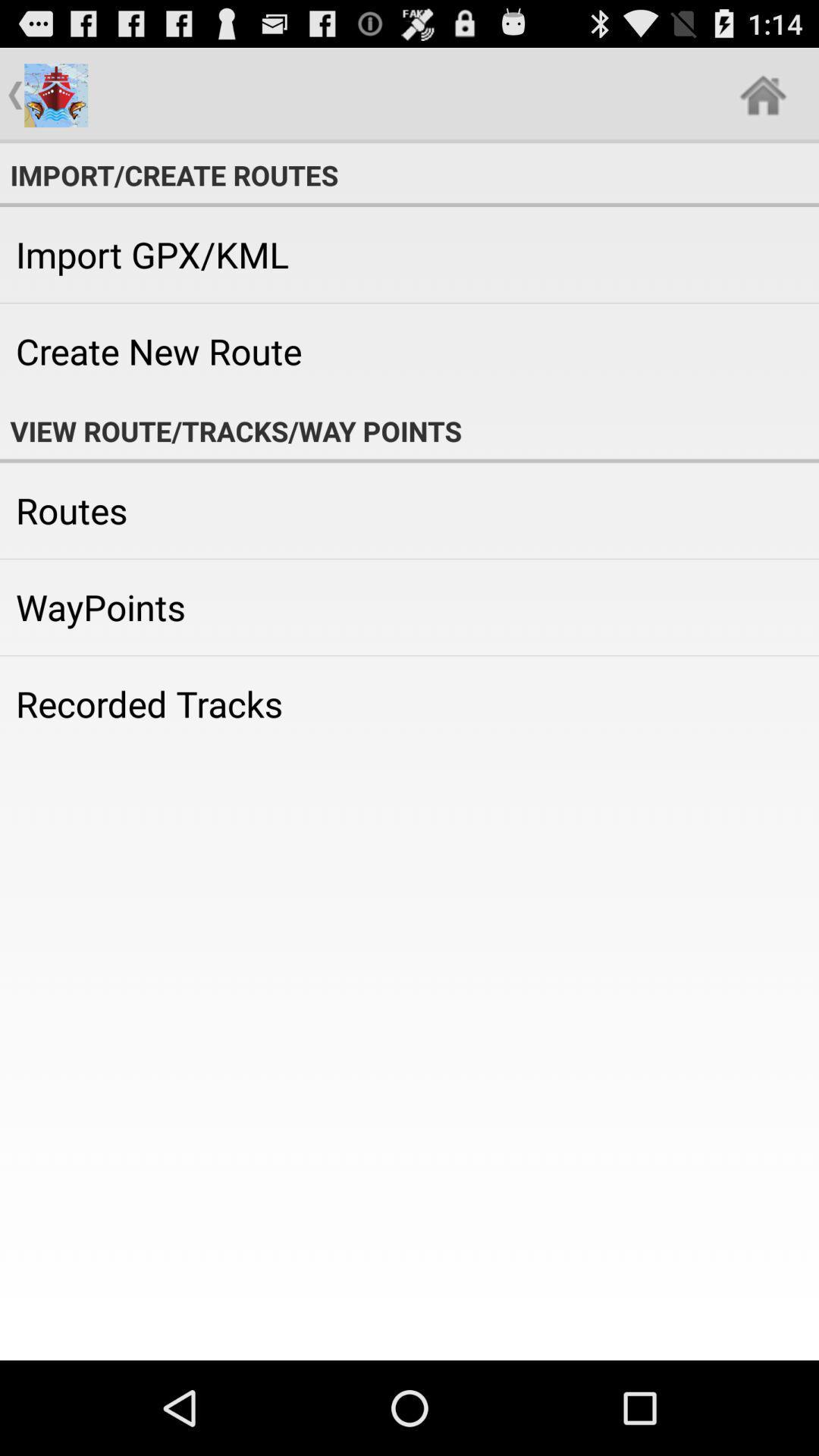 The width and height of the screenshot is (819, 1456). Describe the element at coordinates (409, 350) in the screenshot. I see `create new route` at that location.